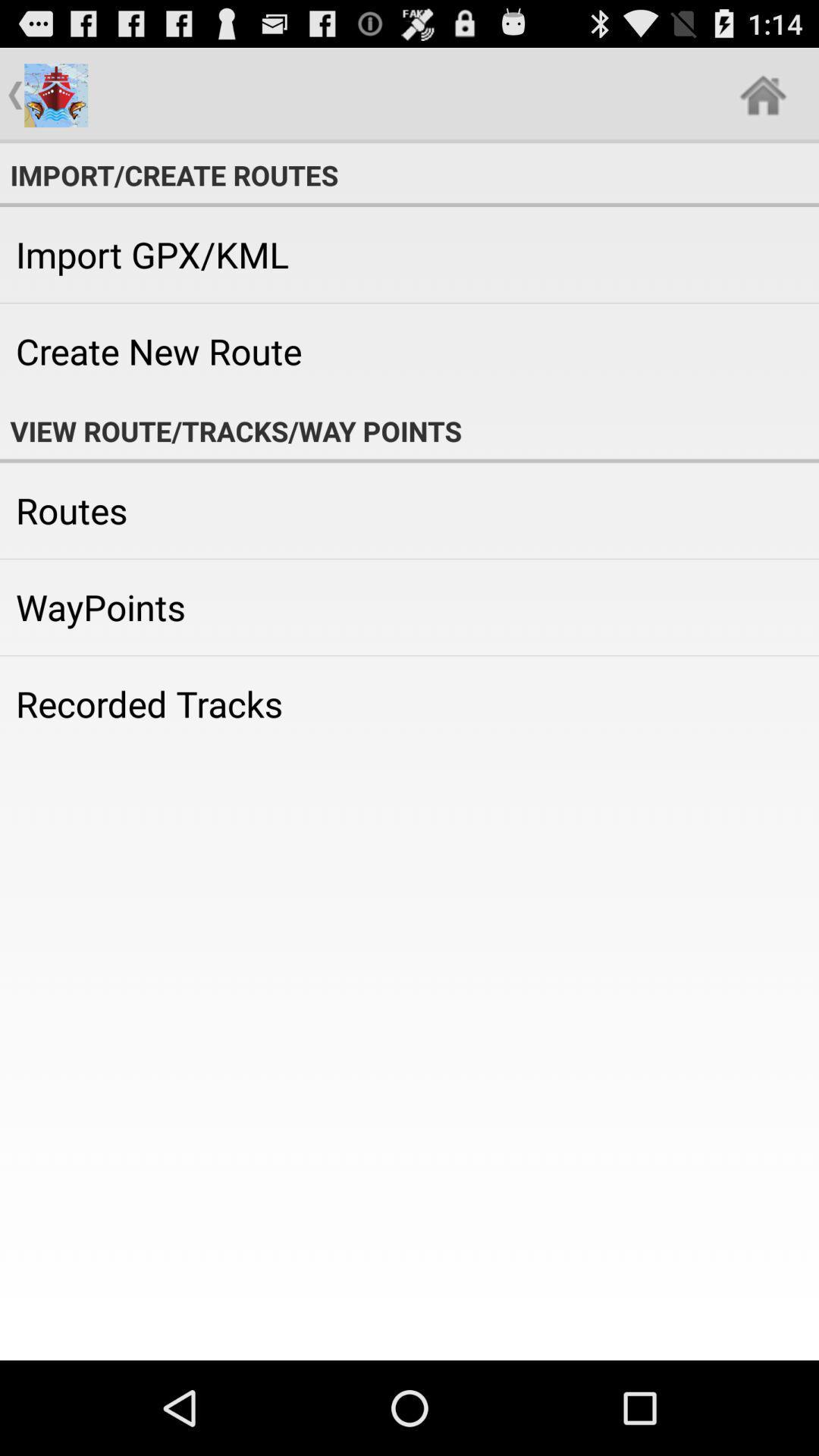 The width and height of the screenshot is (819, 1456). Describe the element at coordinates (409, 350) in the screenshot. I see `create new route` at that location.